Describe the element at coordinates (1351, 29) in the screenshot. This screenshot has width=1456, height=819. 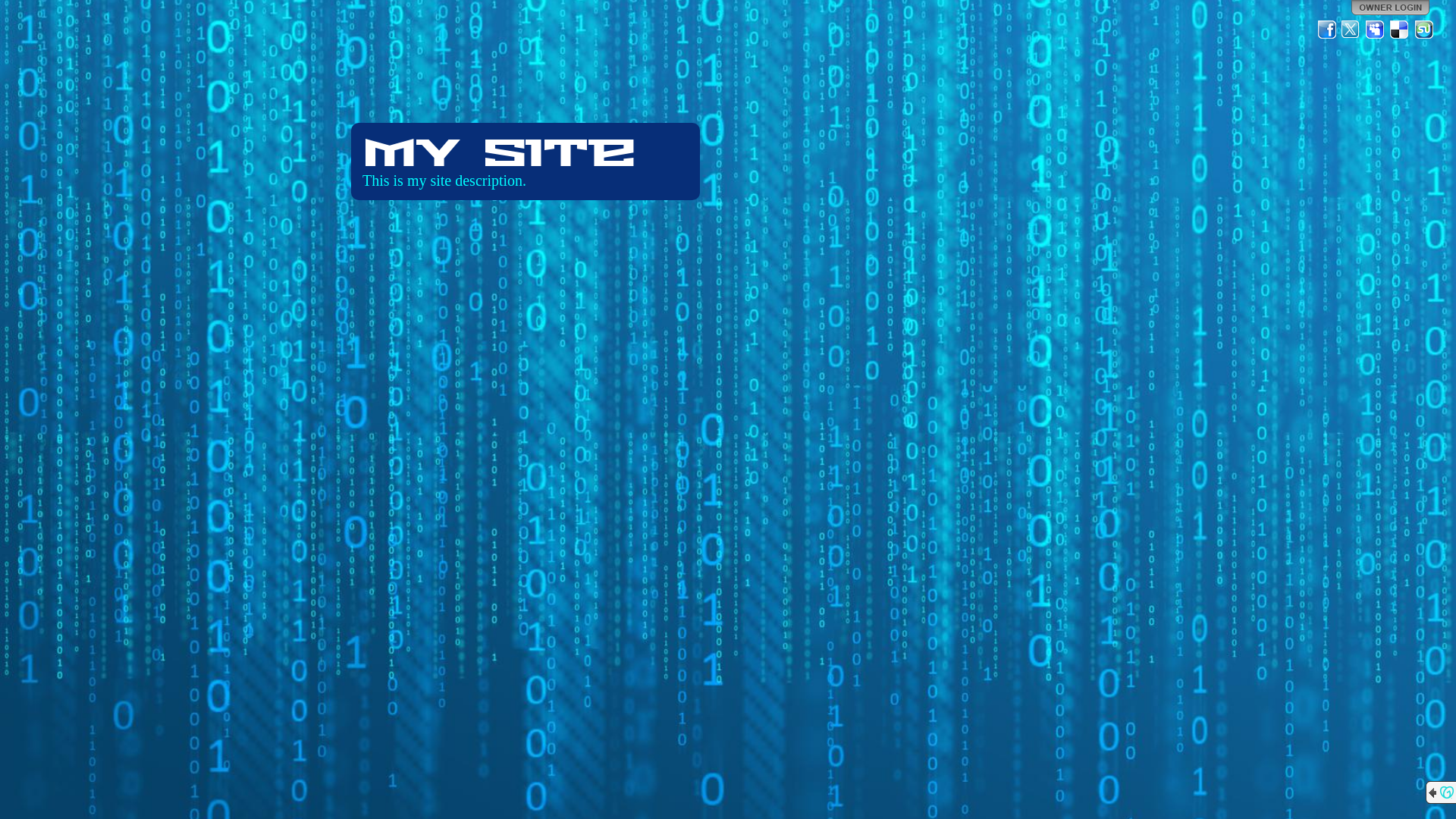
I see `'Twitter'` at that location.